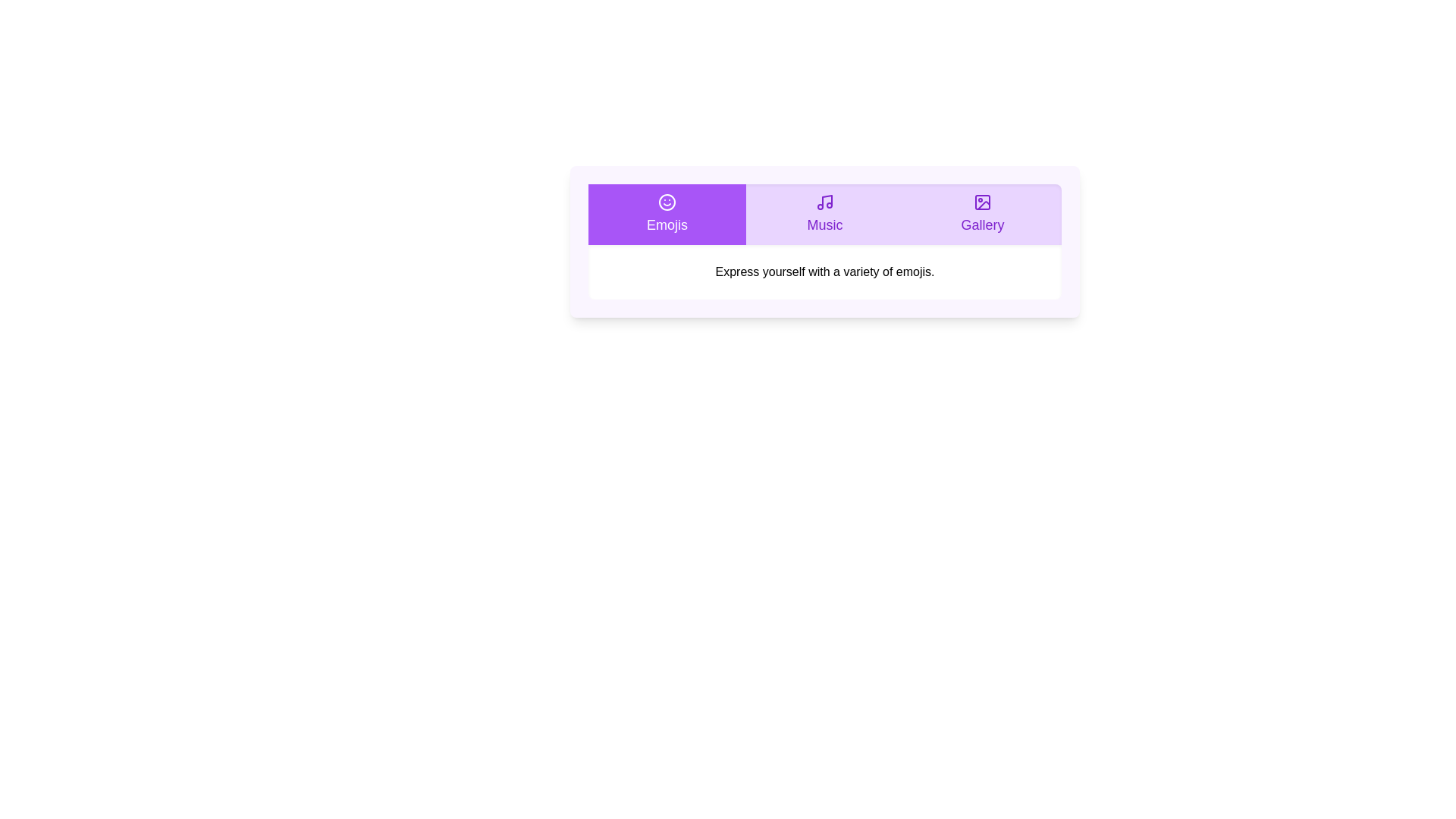  Describe the element at coordinates (983, 214) in the screenshot. I see `the tab labeled 'Gallery' to switch its content` at that location.